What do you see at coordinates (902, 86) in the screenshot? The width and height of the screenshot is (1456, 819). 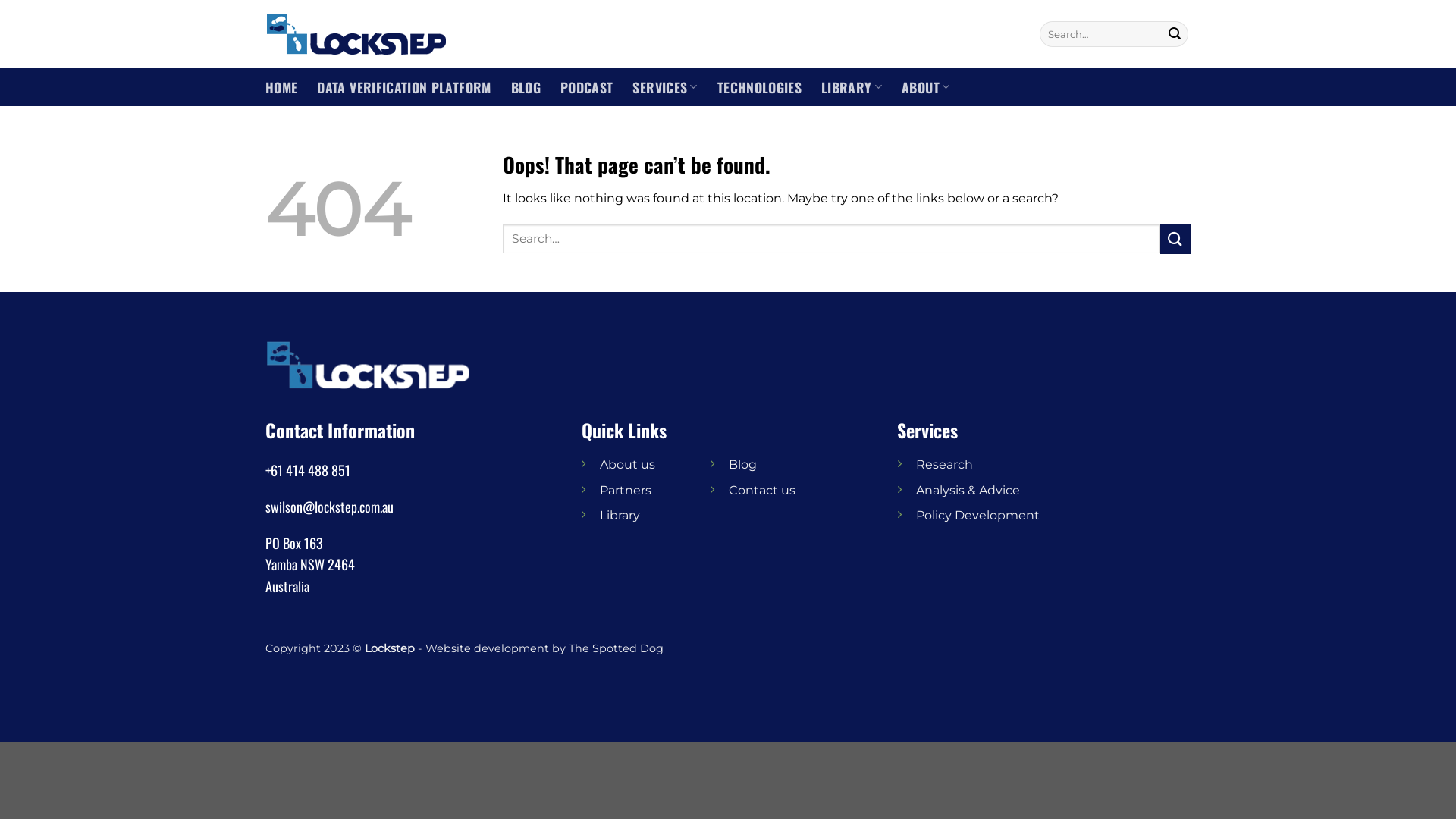 I see `'ABOUT'` at bounding box center [902, 86].